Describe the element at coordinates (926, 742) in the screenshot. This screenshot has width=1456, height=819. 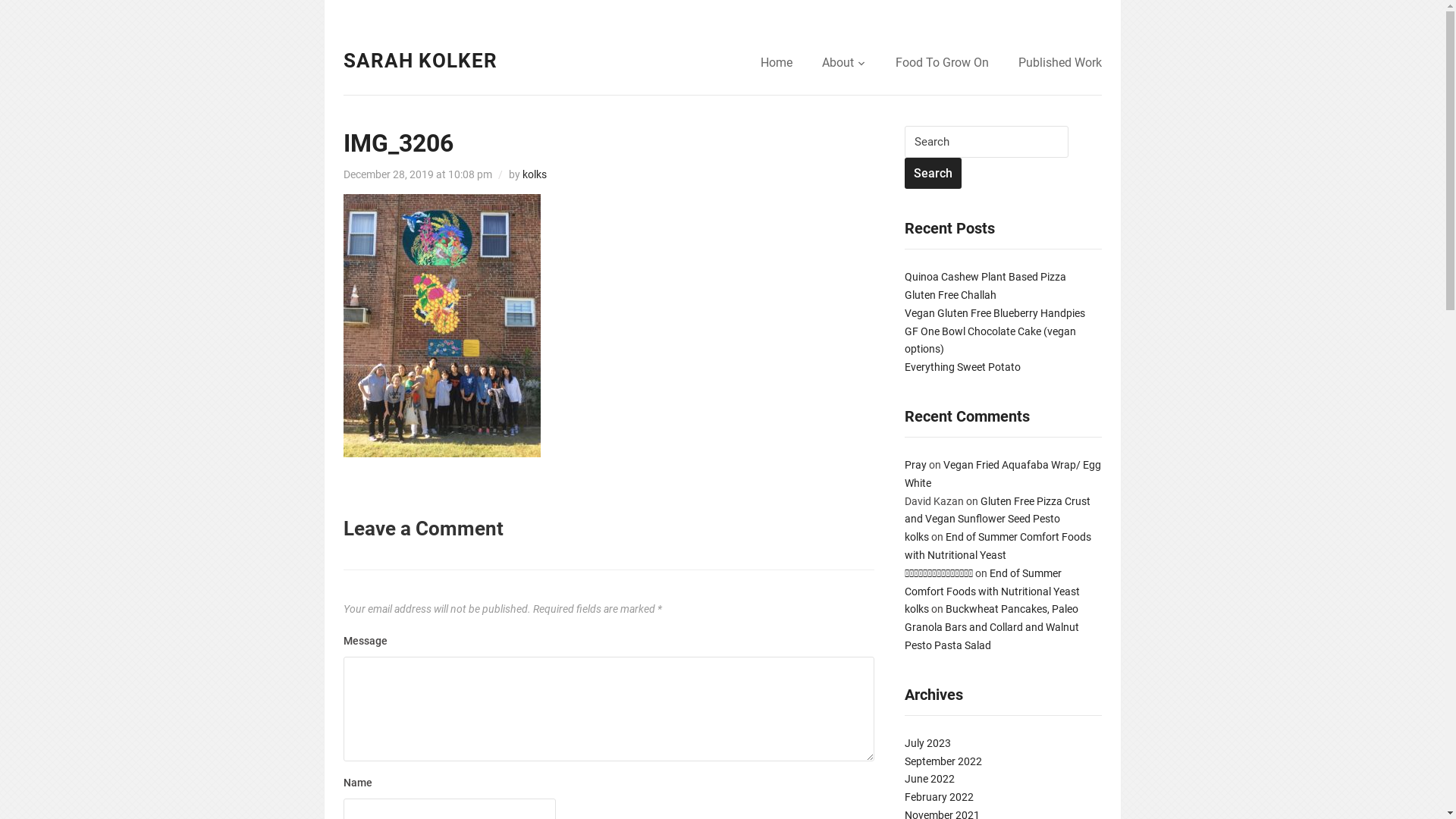
I see `'July 2023'` at that location.